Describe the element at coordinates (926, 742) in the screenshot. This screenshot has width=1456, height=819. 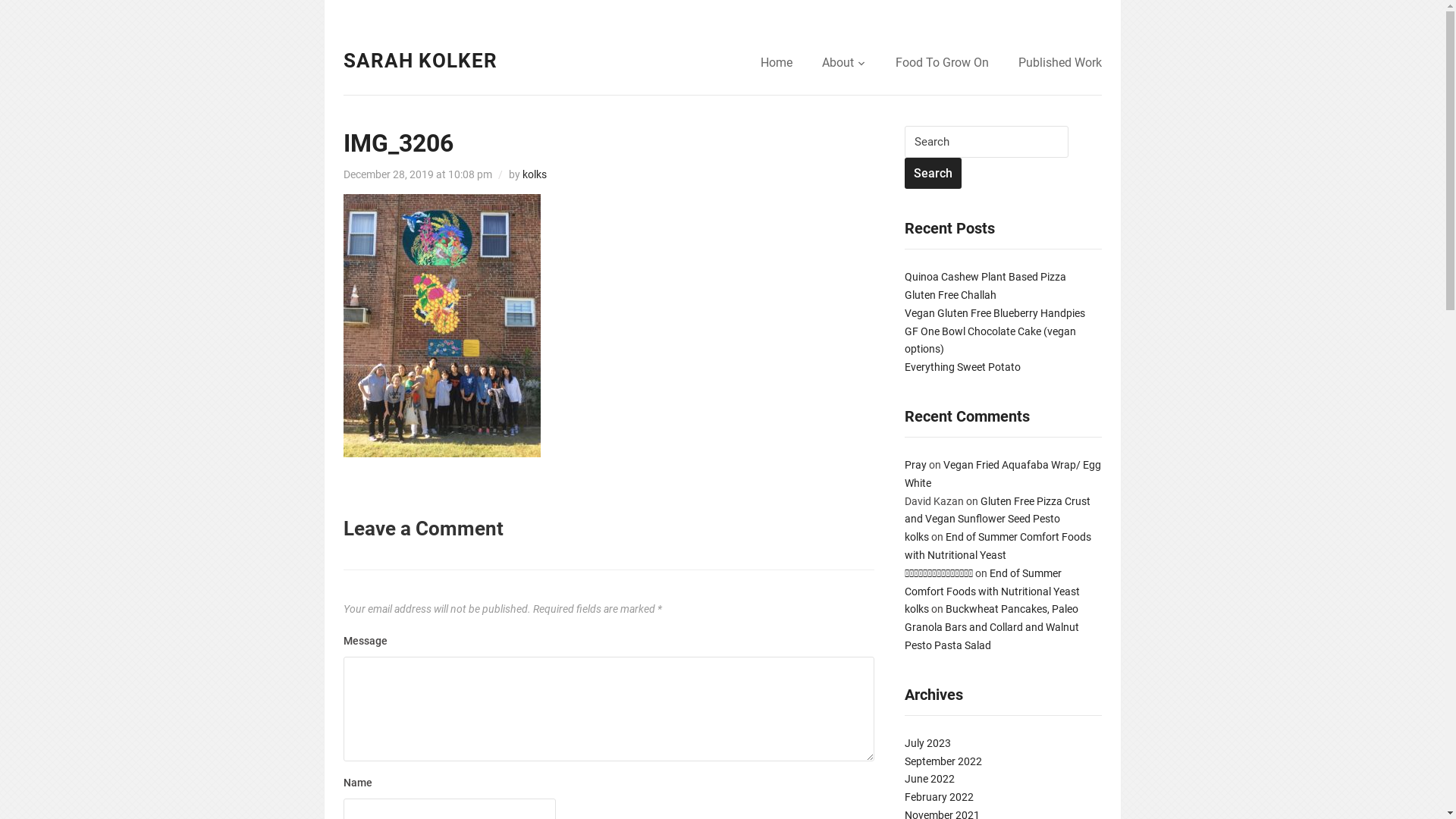
I see `'July 2023'` at that location.